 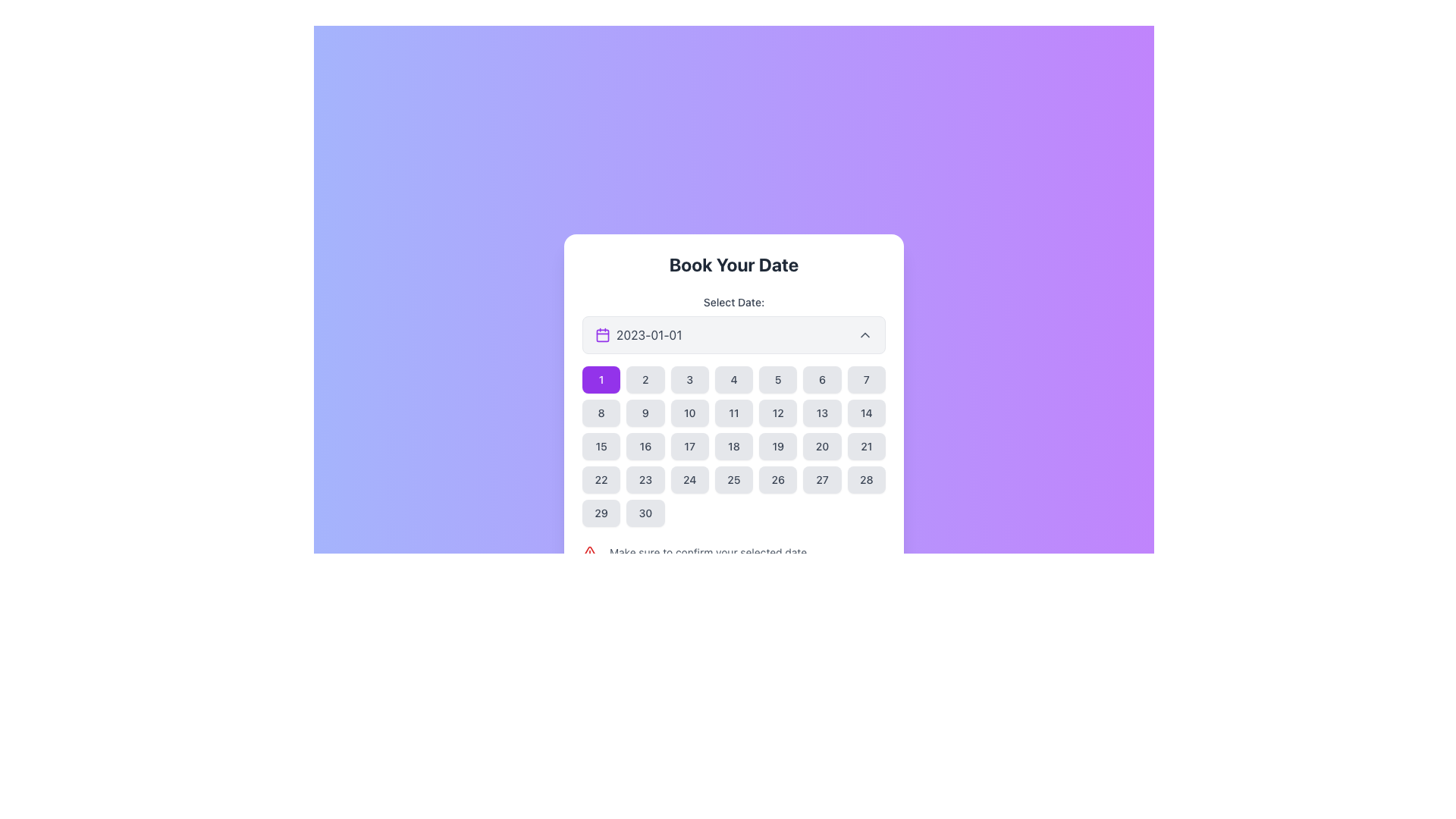 What do you see at coordinates (689, 479) in the screenshot?
I see `the selectable date button representing the 24th day in the calendar widget, located in the fourth row and fourth column of the grid layout` at bounding box center [689, 479].